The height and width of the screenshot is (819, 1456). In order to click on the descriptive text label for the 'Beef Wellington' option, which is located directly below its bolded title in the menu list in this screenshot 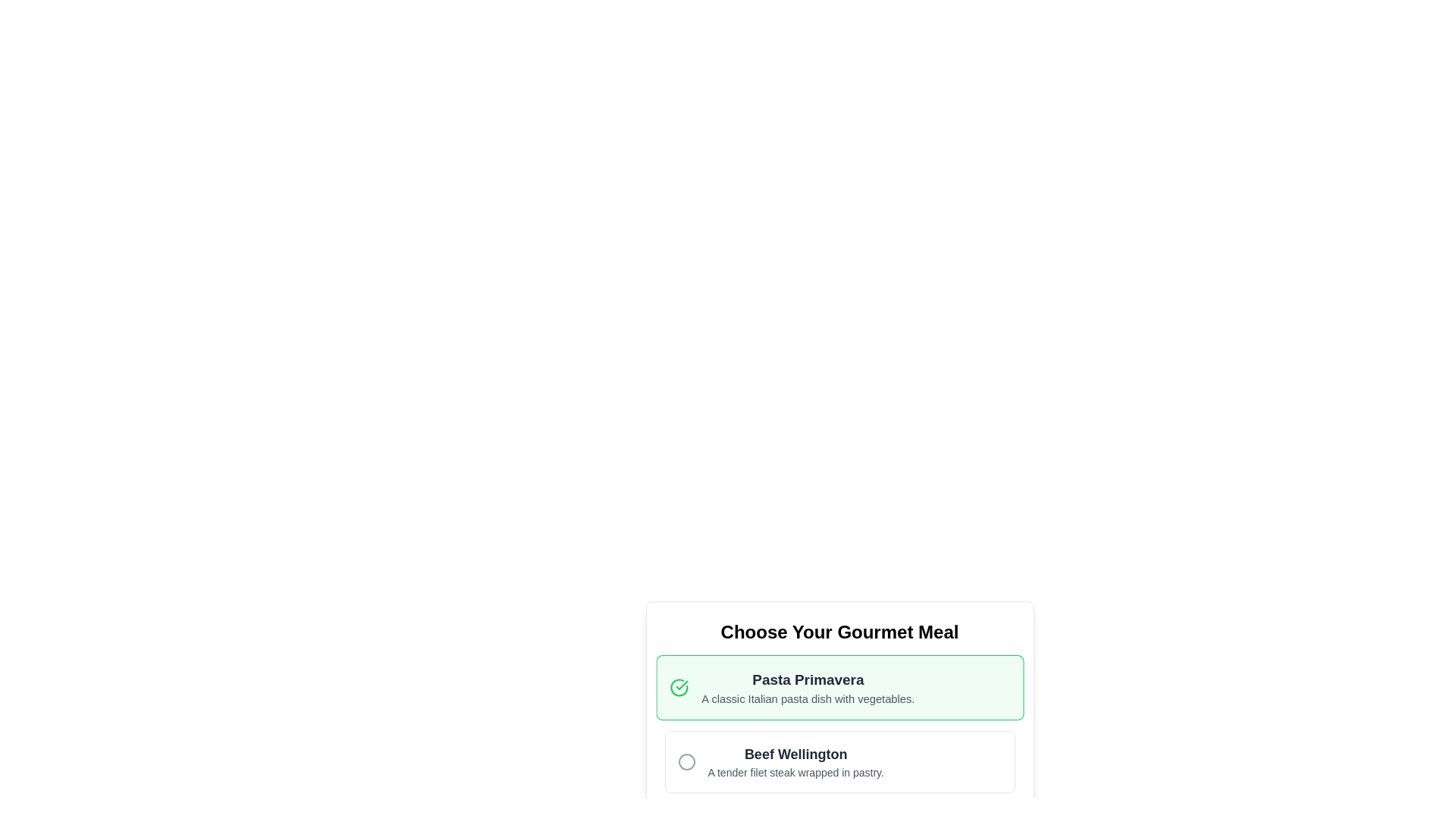, I will do `click(795, 772)`.